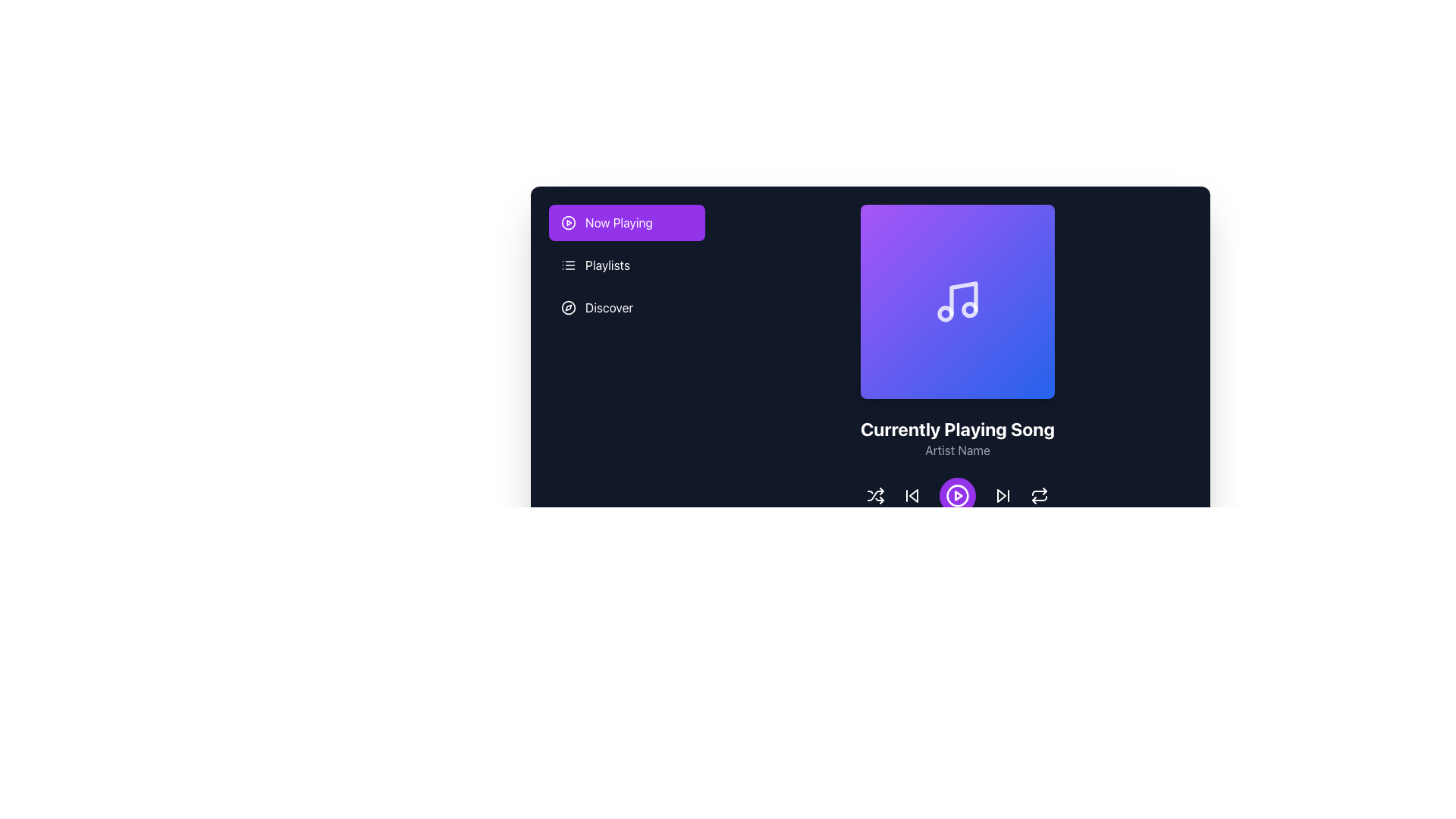 The width and height of the screenshot is (1456, 819). What do you see at coordinates (567, 265) in the screenshot?
I see `the 'Playlists' icon located to the left of the 'Playlists' text in the vertical menu` at bounding box center [567, 265].